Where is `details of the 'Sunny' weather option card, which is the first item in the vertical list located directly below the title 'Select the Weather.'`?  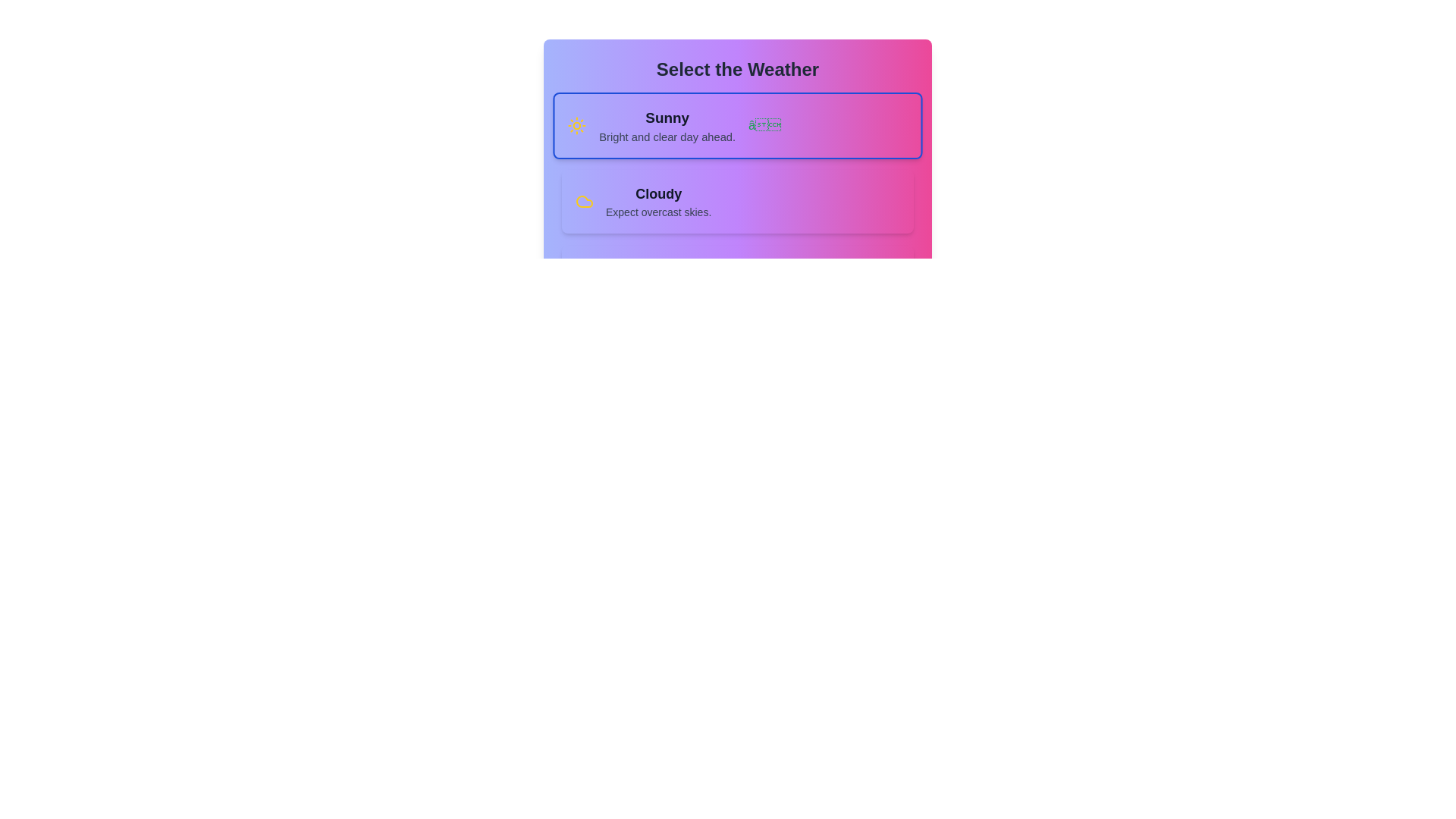 details of the 'Sunny' weather option card, which is the first item in the vertical list located directly below the title 'Select the Weather.' is located at coordinates (738, 124).